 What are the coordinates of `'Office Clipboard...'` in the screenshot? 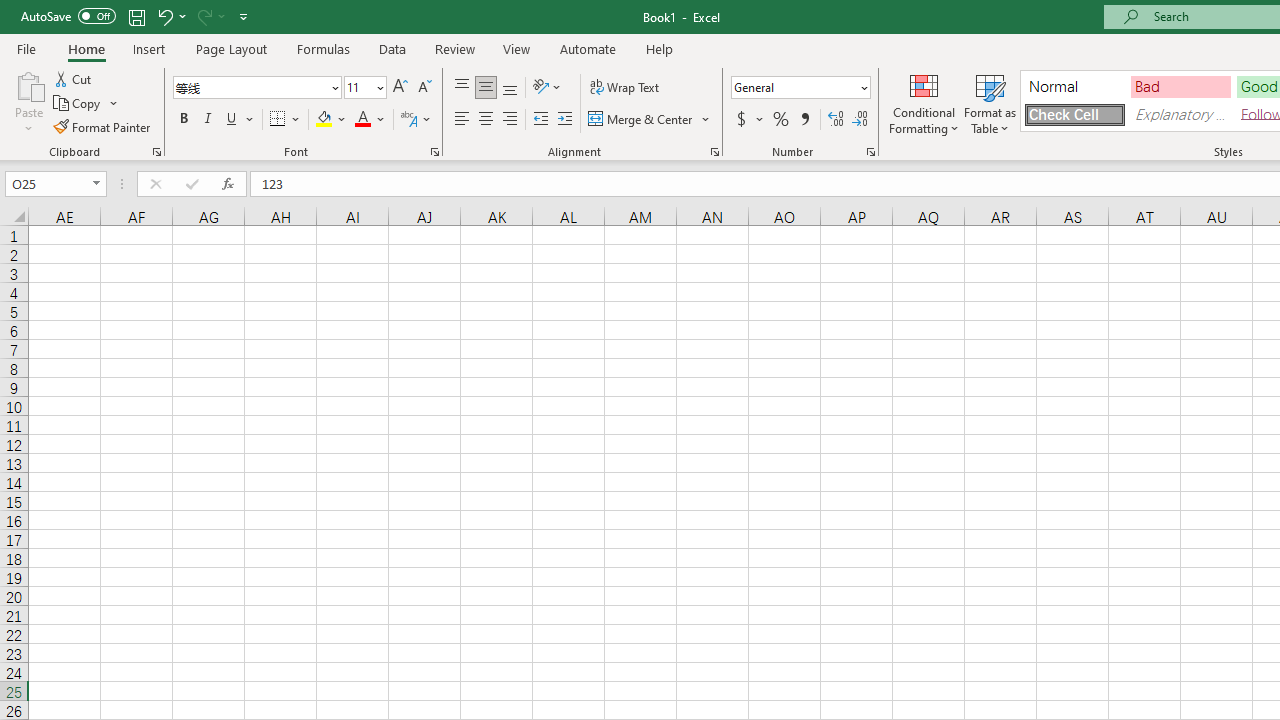 It's located at (155, 150).